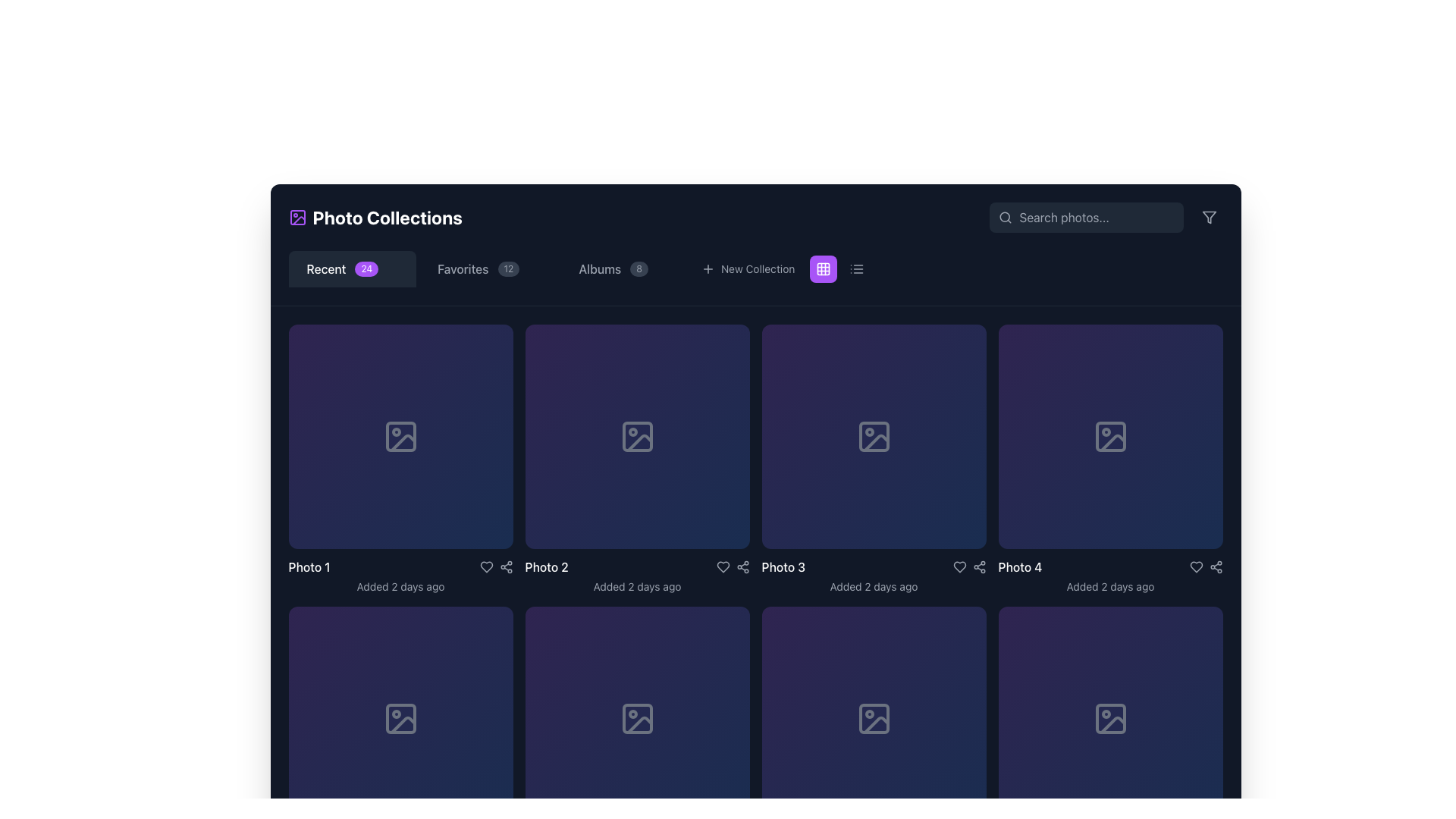 This screenshot has width=1456, height=819. Describe the element at coordinates (403, 443) in the screenshot. I see `the diagonal line with rounded corners in the SVG graphic representing an image placeholder, located at the center of the first card in the 'Recent' photo collection grid` at that location.